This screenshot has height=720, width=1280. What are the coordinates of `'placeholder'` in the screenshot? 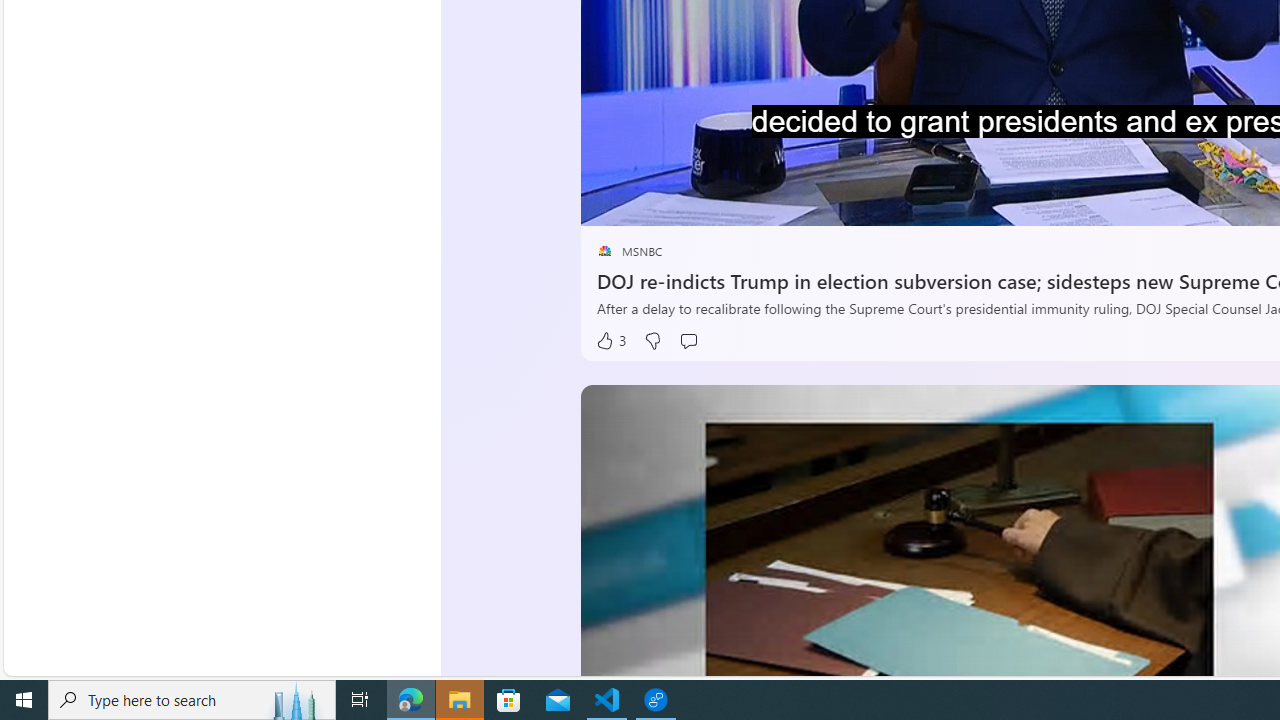 It's located at (603, 250).